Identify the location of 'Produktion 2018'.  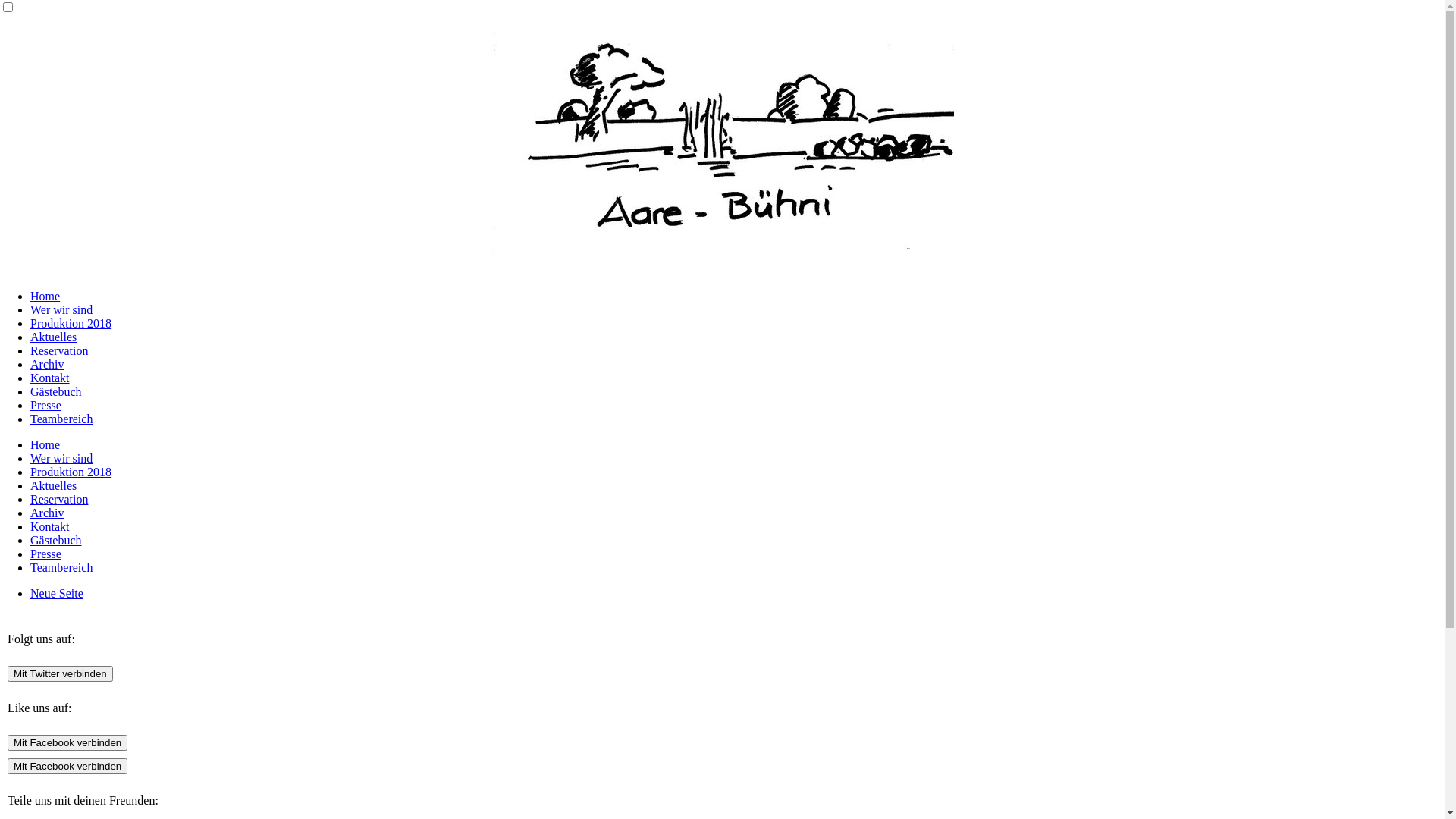
(70, 471).